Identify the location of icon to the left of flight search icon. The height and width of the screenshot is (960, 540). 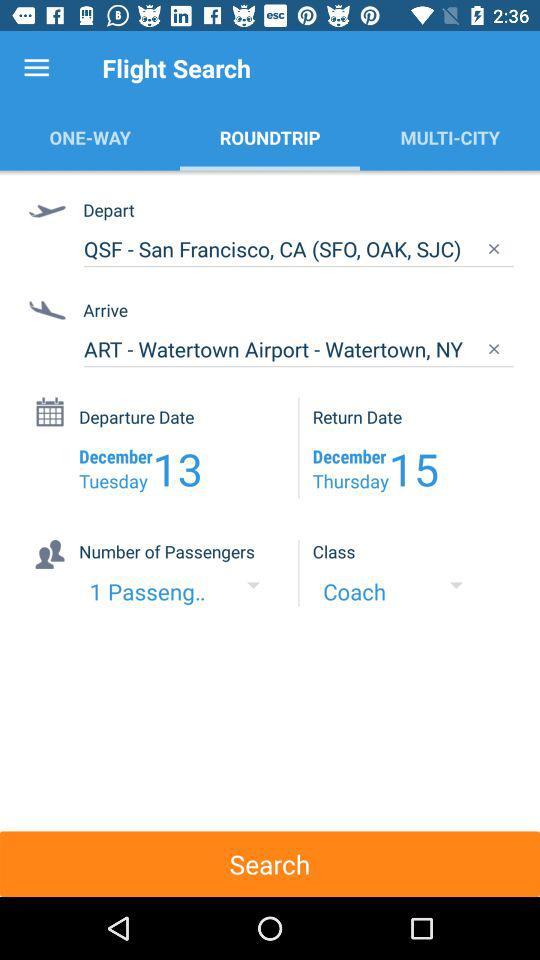
(36, 68).